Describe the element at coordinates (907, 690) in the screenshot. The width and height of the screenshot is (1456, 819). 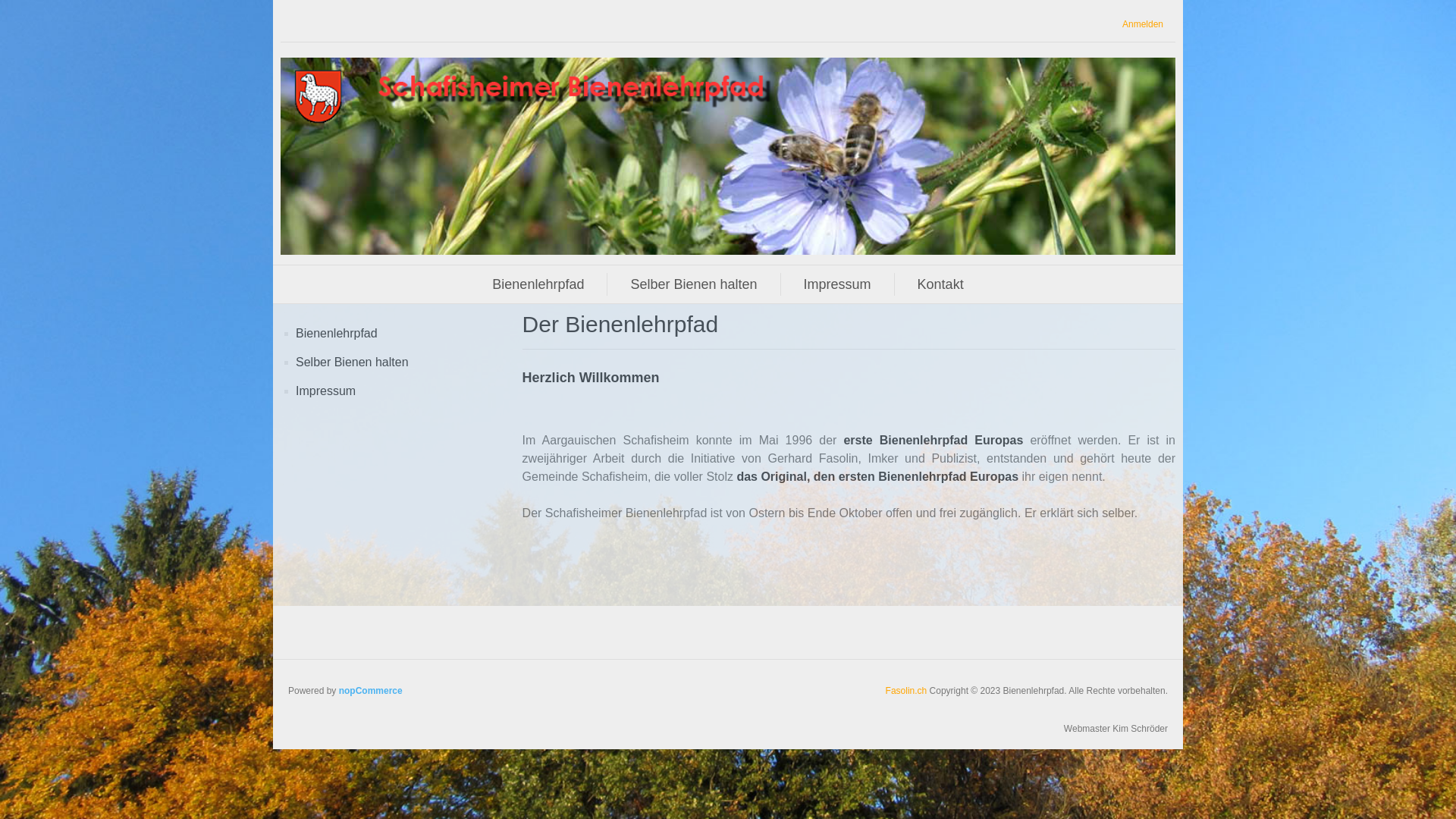
I see `'Fasolin.ch '` at that location.